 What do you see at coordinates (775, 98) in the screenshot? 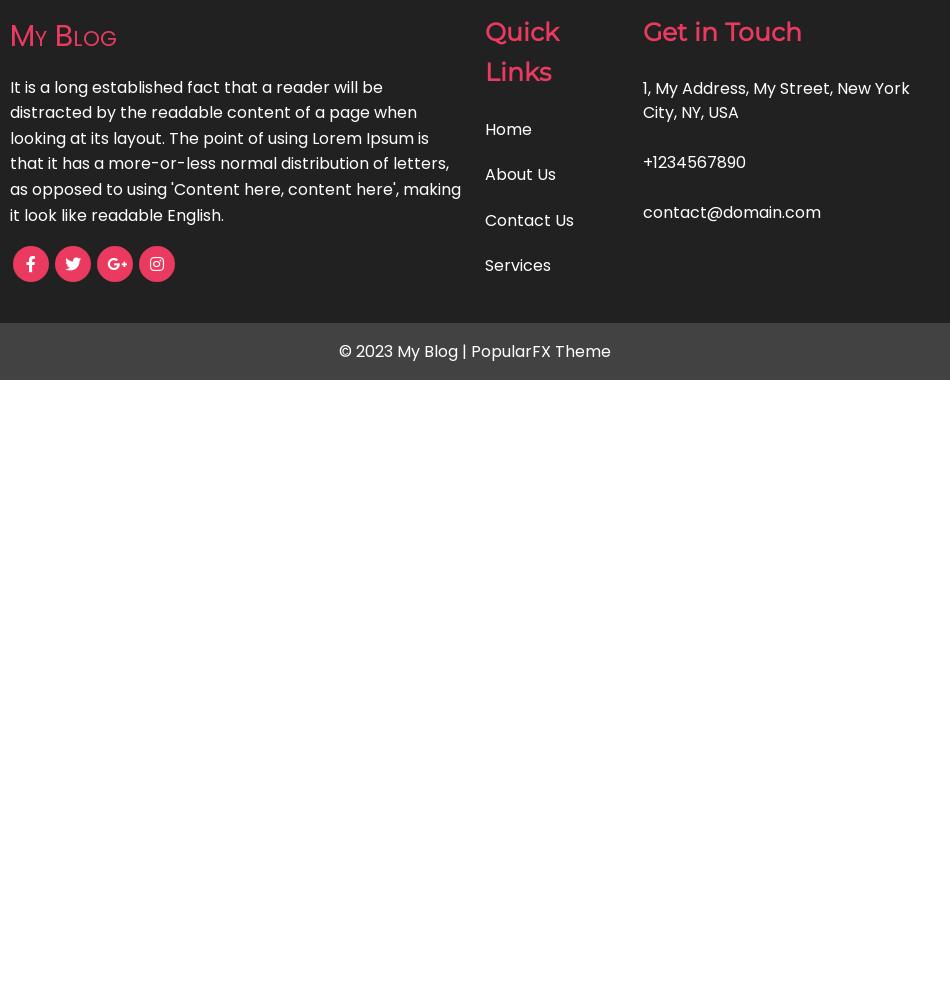
I see `'1, My Address, My Street, New York City, NY, USA'` at bounding box center [775, 98].